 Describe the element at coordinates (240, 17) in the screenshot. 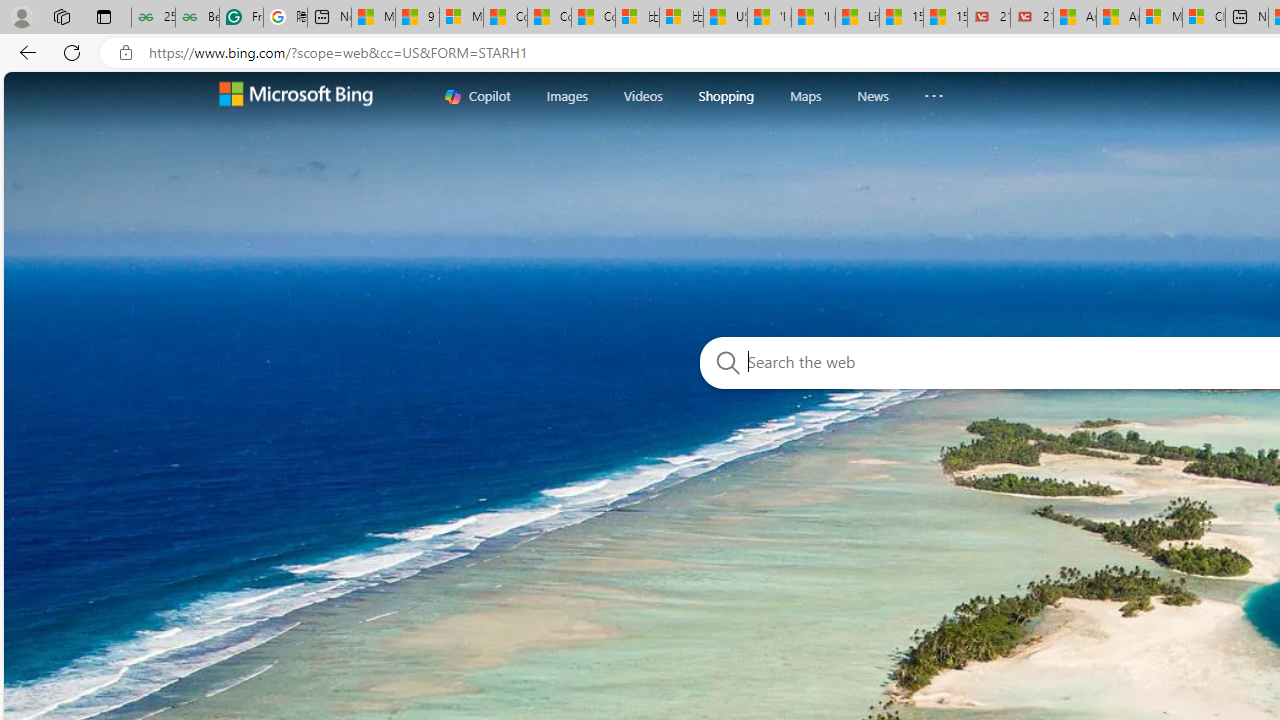

I see `'Free AI Writing Assistance for Students | Grammarly'` at that location.